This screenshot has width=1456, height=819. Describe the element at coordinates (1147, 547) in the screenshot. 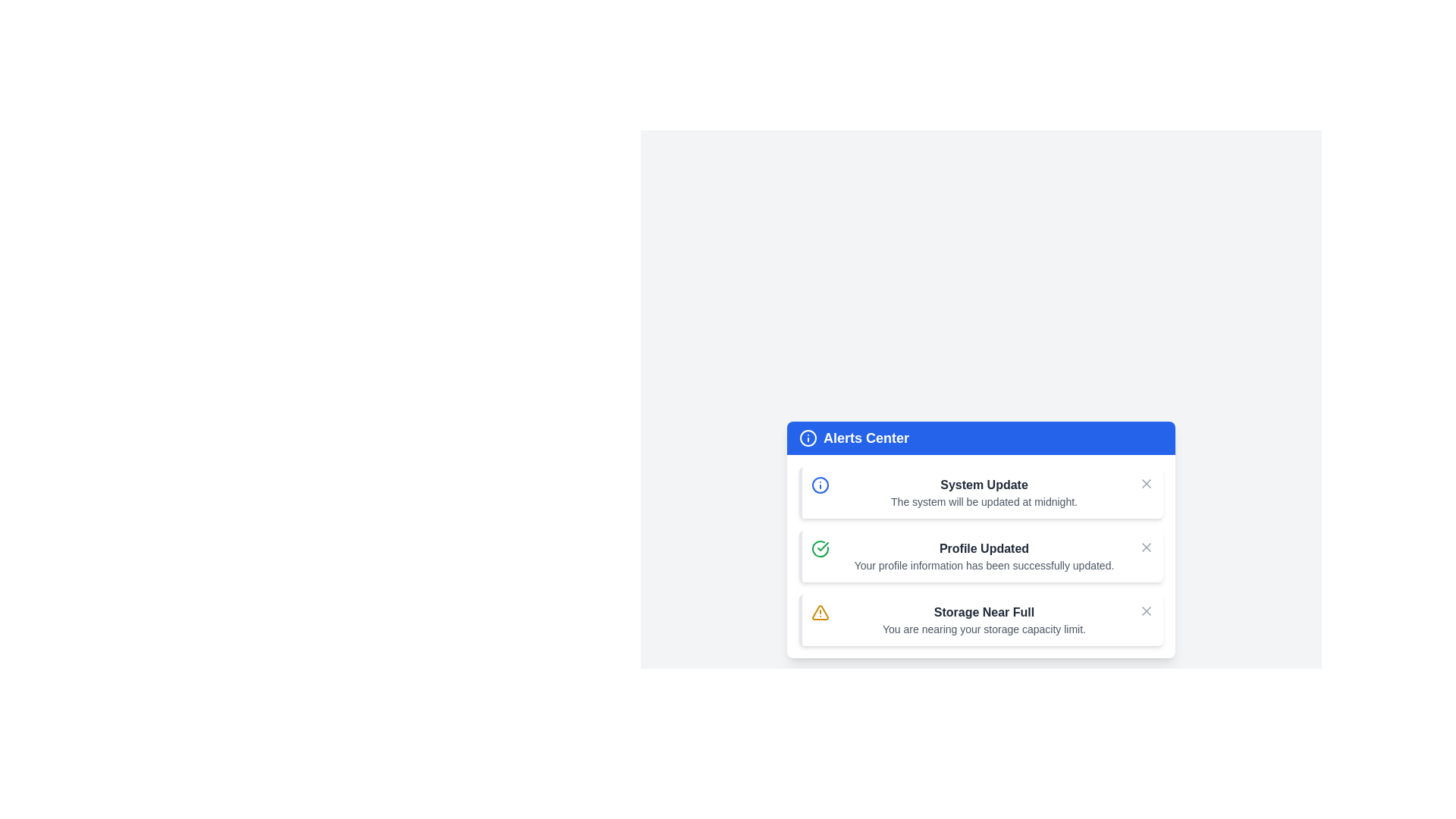

I see `the close button of the 'Profile Updated' notification to change its color to red` at that location.